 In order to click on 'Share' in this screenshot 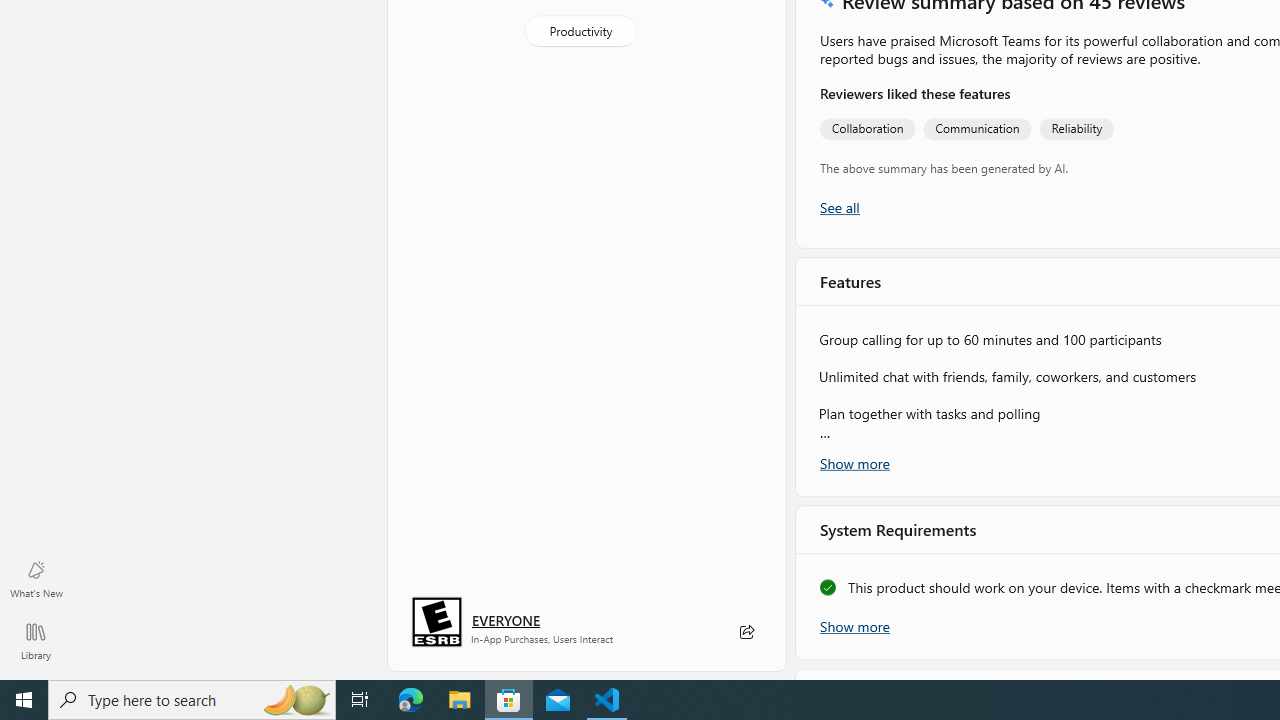, I will do `click(745, 632)`.